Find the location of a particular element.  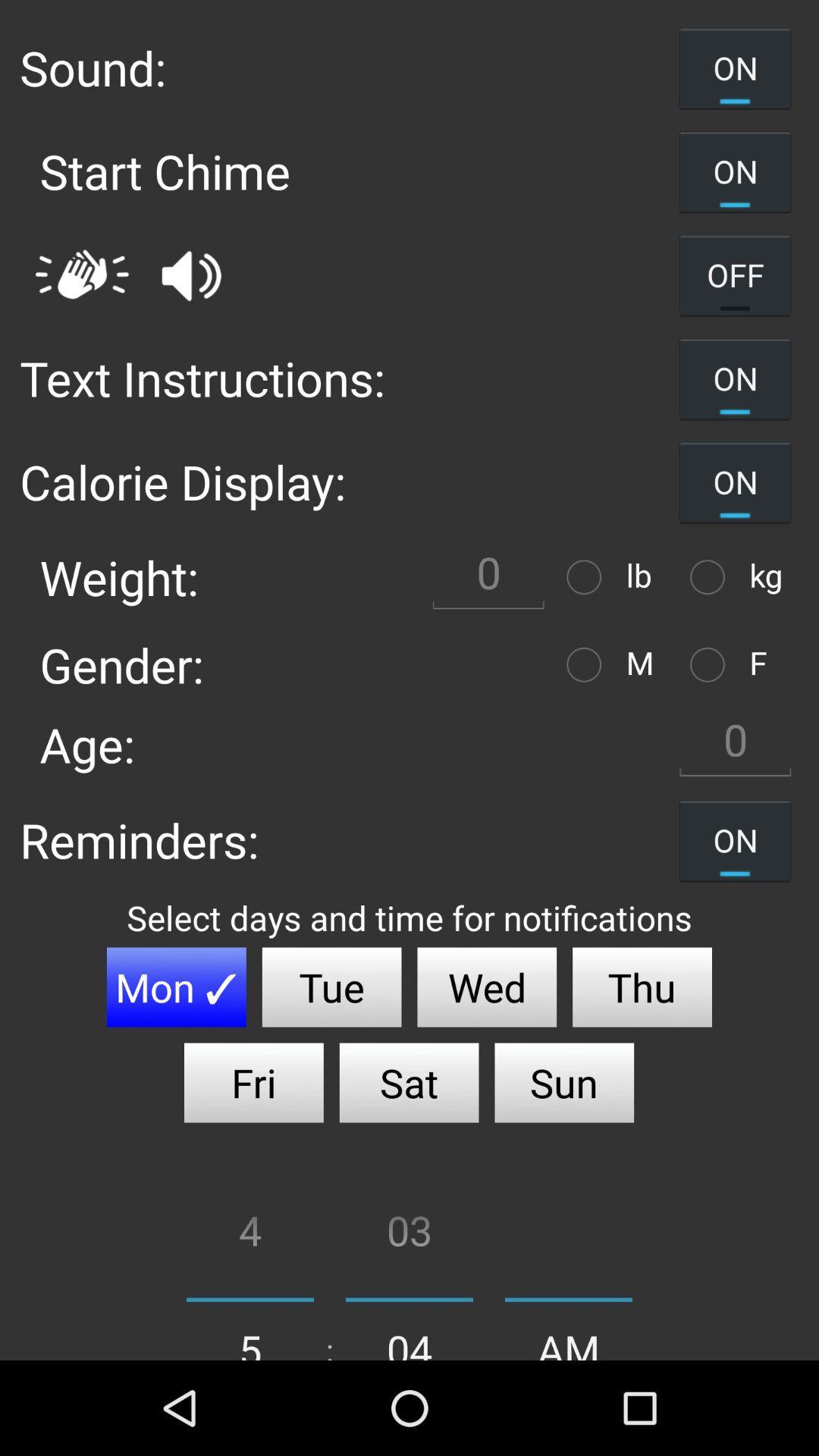

choose pounds is located at coordinates (587, 576).